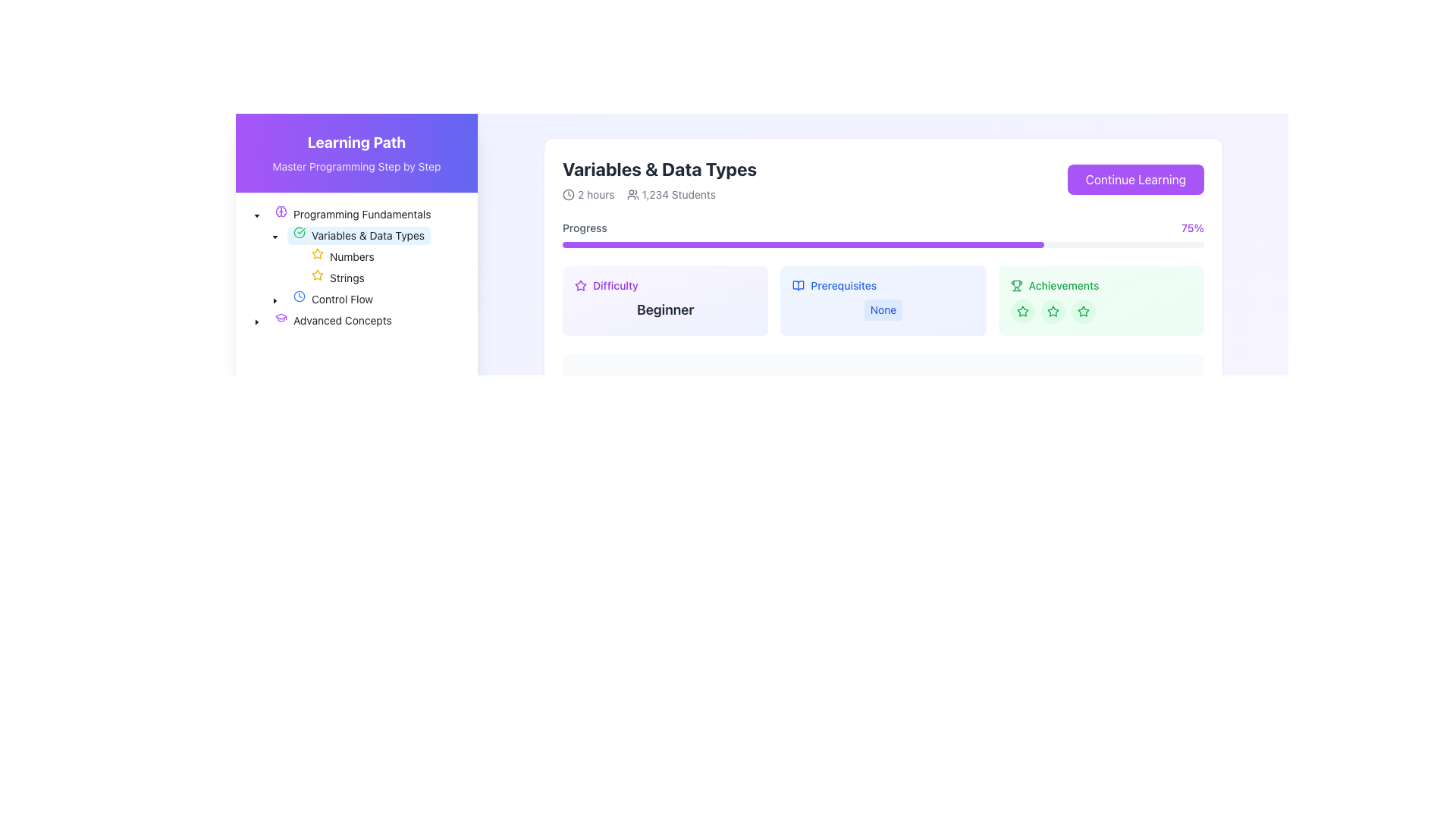 The image size is (1456, 819). Describe the element at coordinates (670, 194) in the screenshot. I see `the text label displaying '1,234 Students' with a user icon, located to the right of the '2 hours' label in the course information section` at that location.